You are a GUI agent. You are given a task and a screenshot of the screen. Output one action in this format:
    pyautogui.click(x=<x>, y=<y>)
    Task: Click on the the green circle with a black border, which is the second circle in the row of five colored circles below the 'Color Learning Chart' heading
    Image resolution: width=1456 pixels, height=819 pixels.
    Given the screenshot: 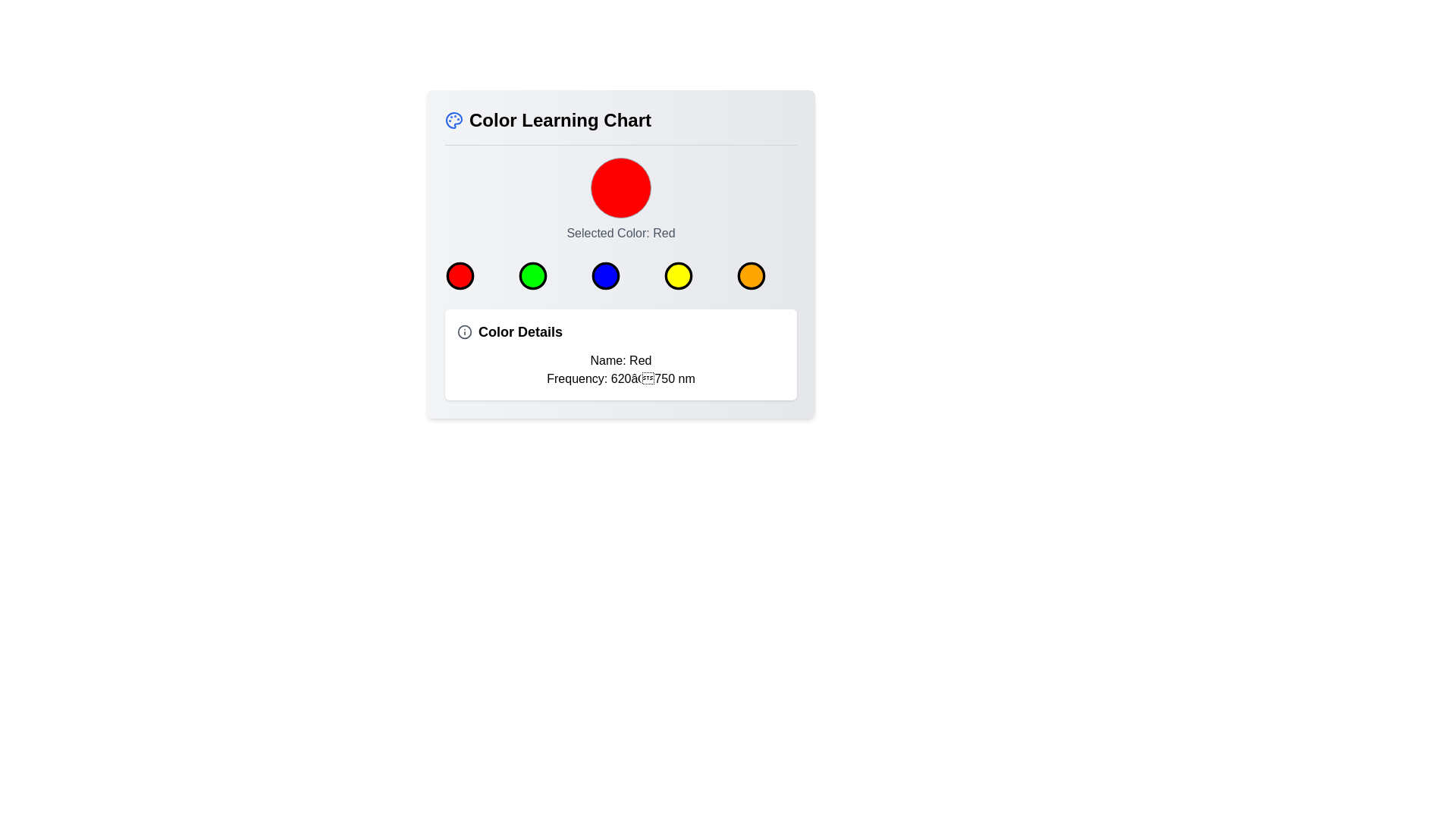 What is the action you would take?
    pyautogui.click(x=532, y=275)
    